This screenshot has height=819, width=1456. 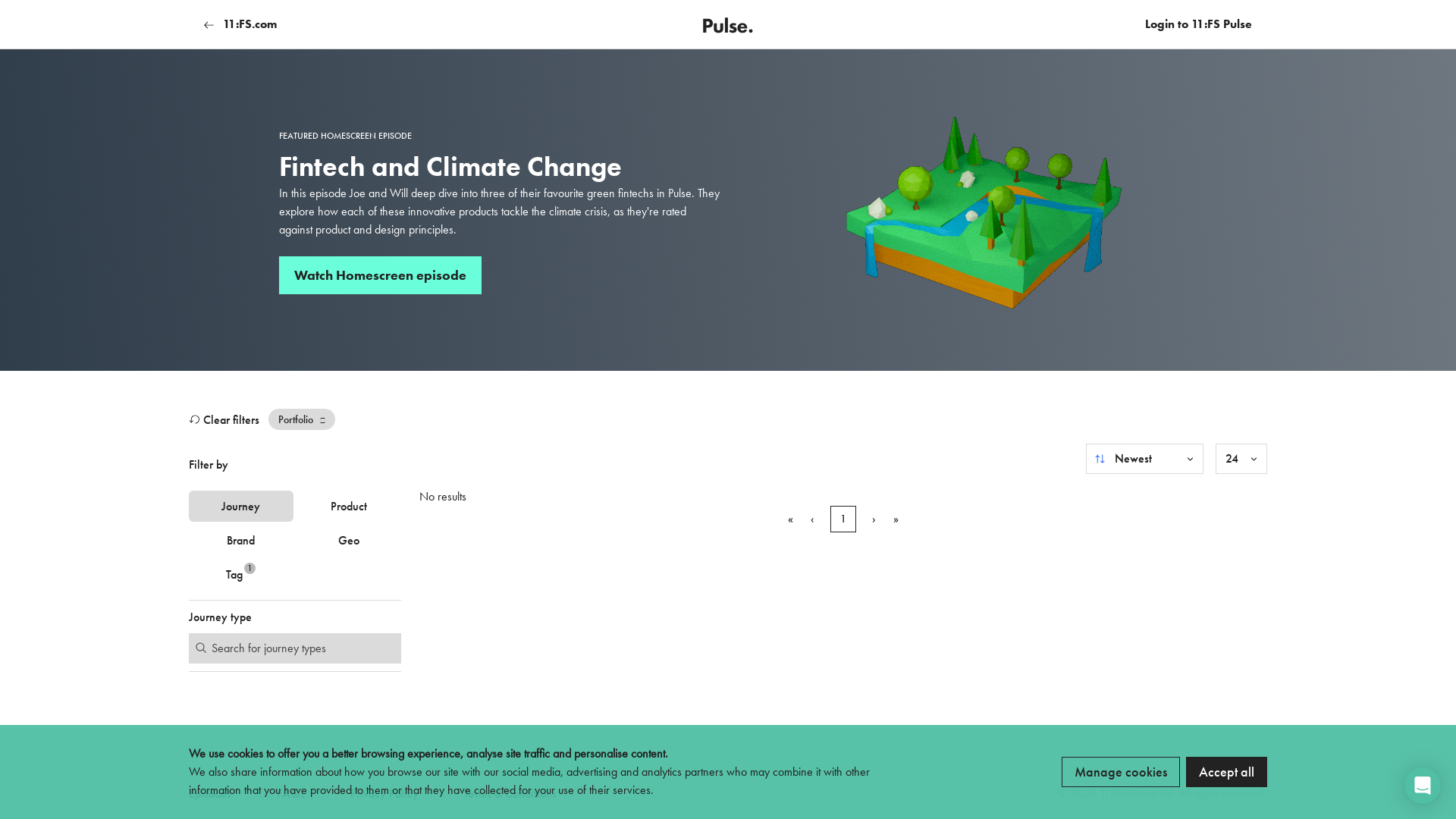 I want to click on 'Watch Homescreen episode', so click(x=380, y=275).